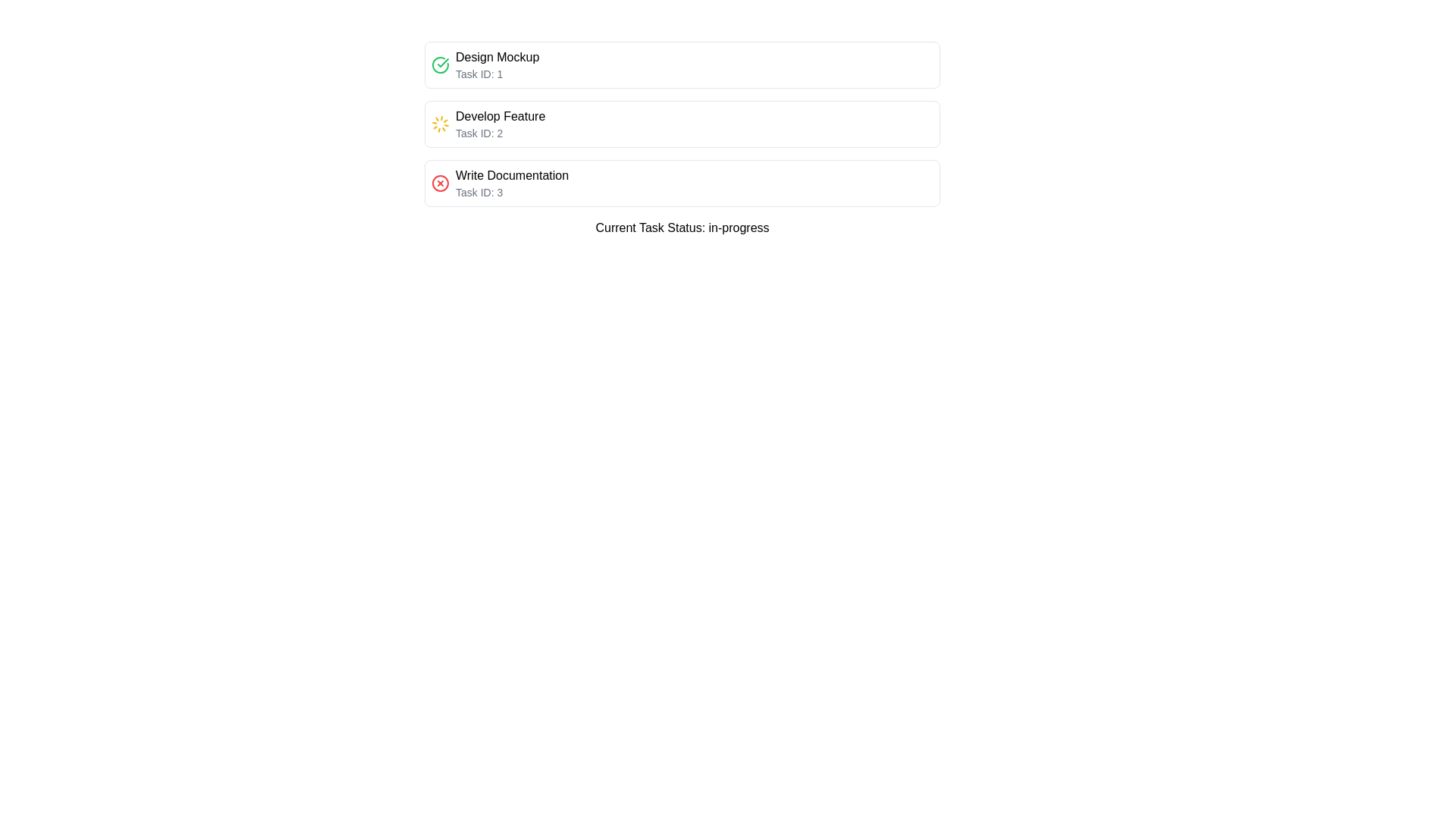  I want to click on the Text Label displaying 'Develop Feature', which is part of the list item under 'Task ID: 2', so click(500, 116).